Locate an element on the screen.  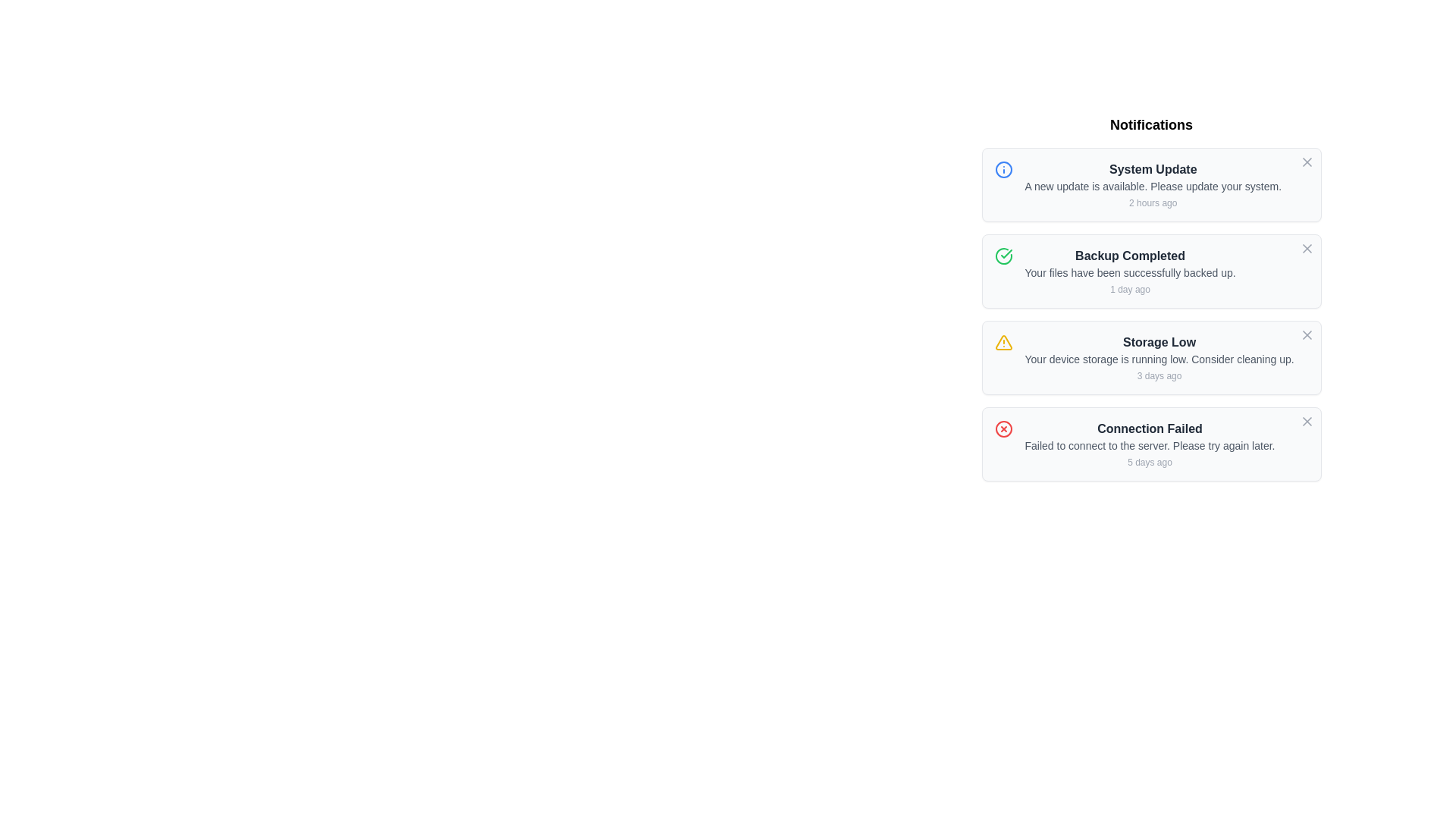
the information icon represented by the SVG Circle to access related notifications is located at coordinates (1003, 169).